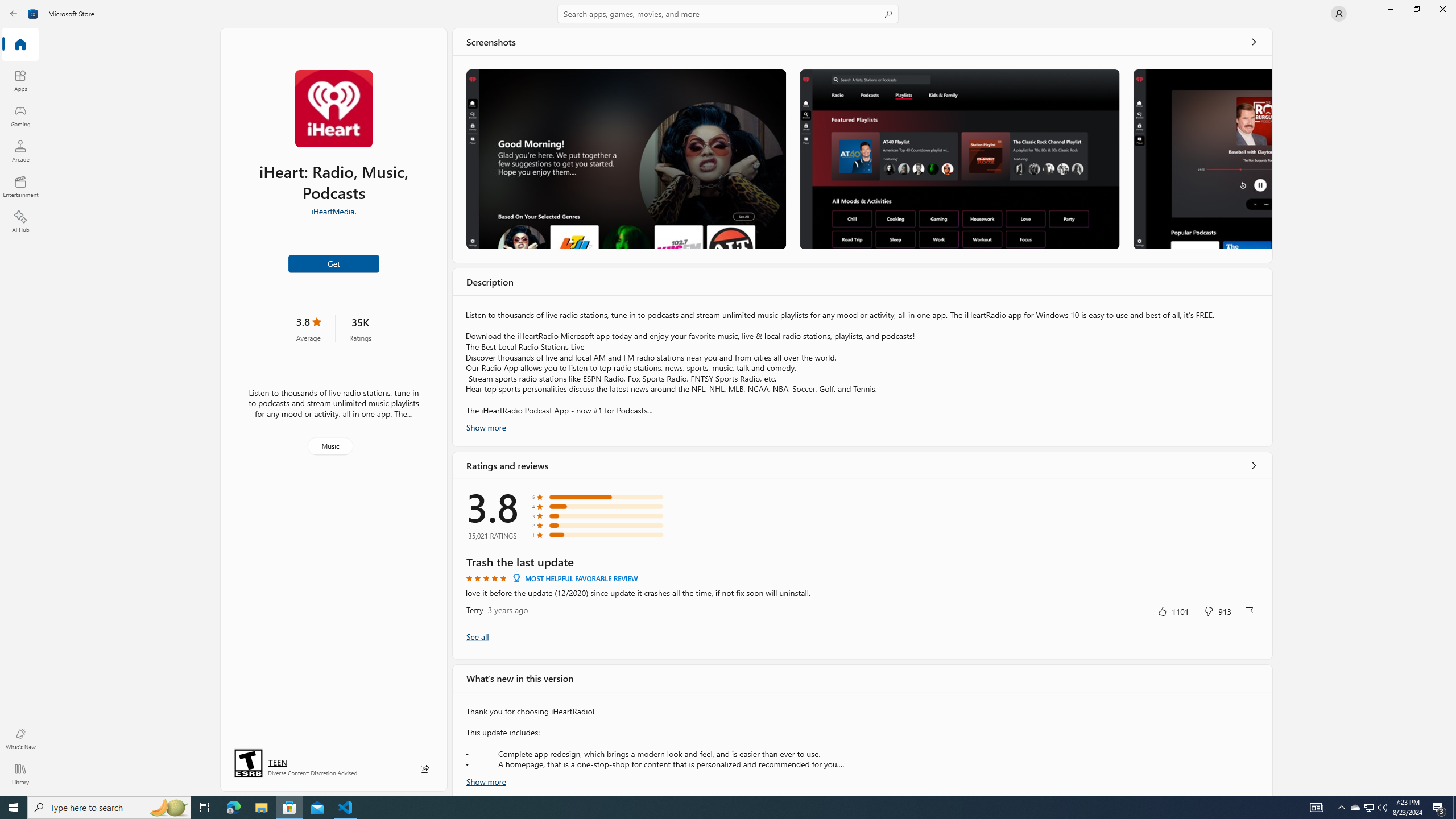 The height and width of the screenshot is (819, 1456). What do you see at coordinates (1442, 9) in the screenshot?
I see `'Close Microsoft Store'` at bounding box center [1442, 9].